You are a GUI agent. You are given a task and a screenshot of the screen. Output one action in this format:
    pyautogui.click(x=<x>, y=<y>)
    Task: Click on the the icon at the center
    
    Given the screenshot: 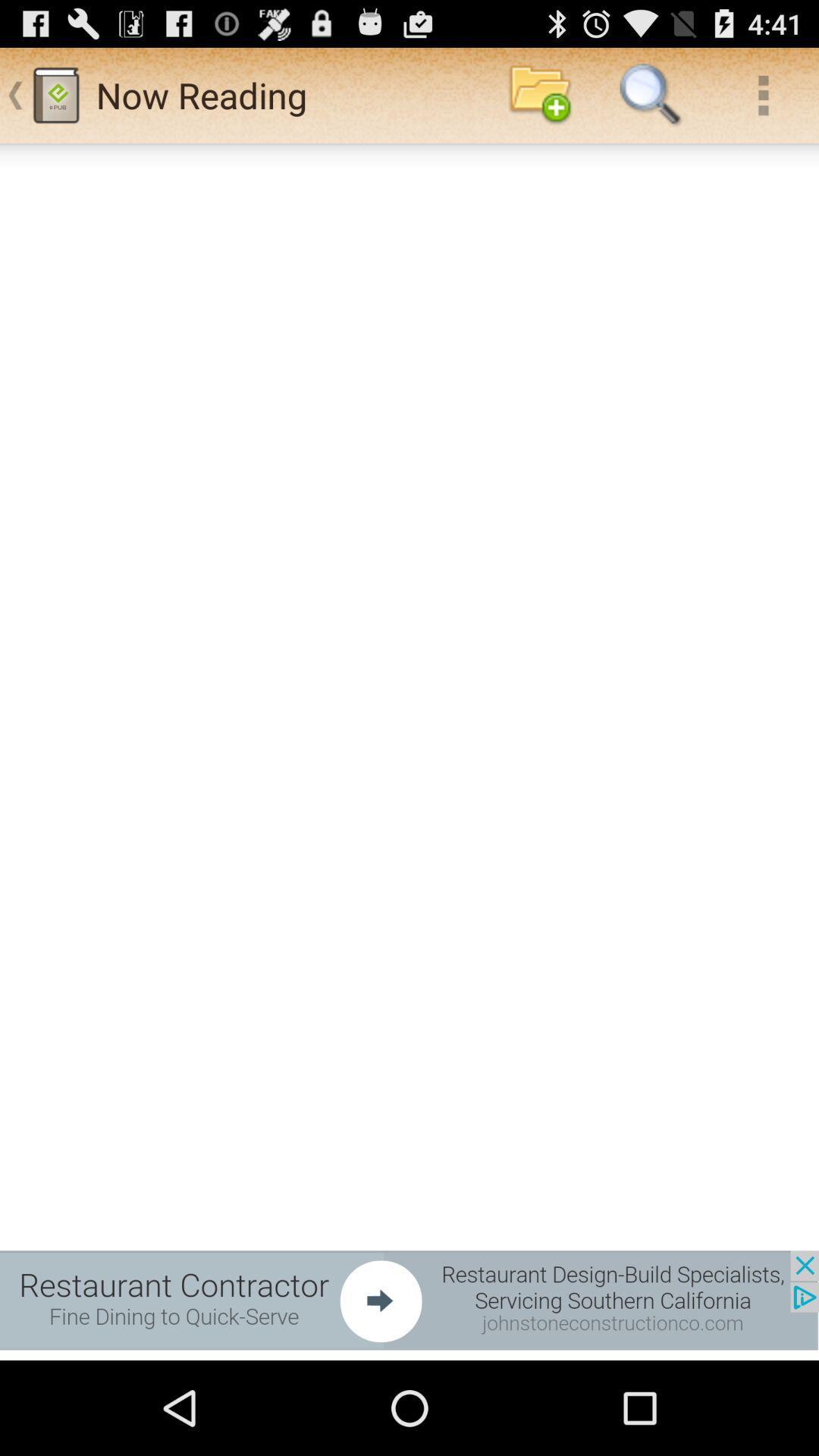 What is the action you would take?
    pyautogui.click(x=409, y=752)
    